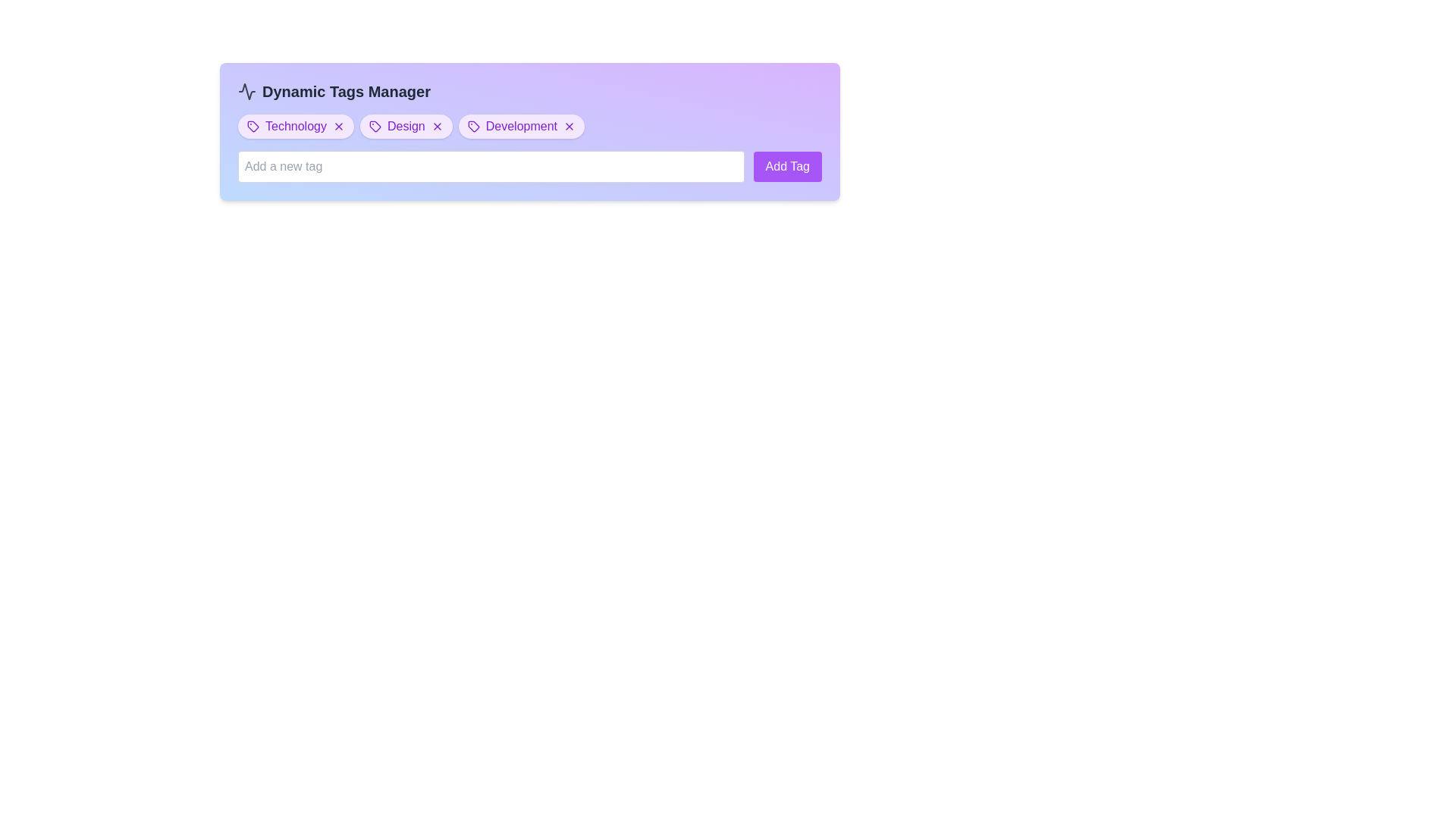 The image size is (1456, 819). I want to click on the SVG Icon on the left side of the top bar labeled 'Dynamic Tags Manager', which serves as a visual identifier or logo for the interface, so click(247, 91).